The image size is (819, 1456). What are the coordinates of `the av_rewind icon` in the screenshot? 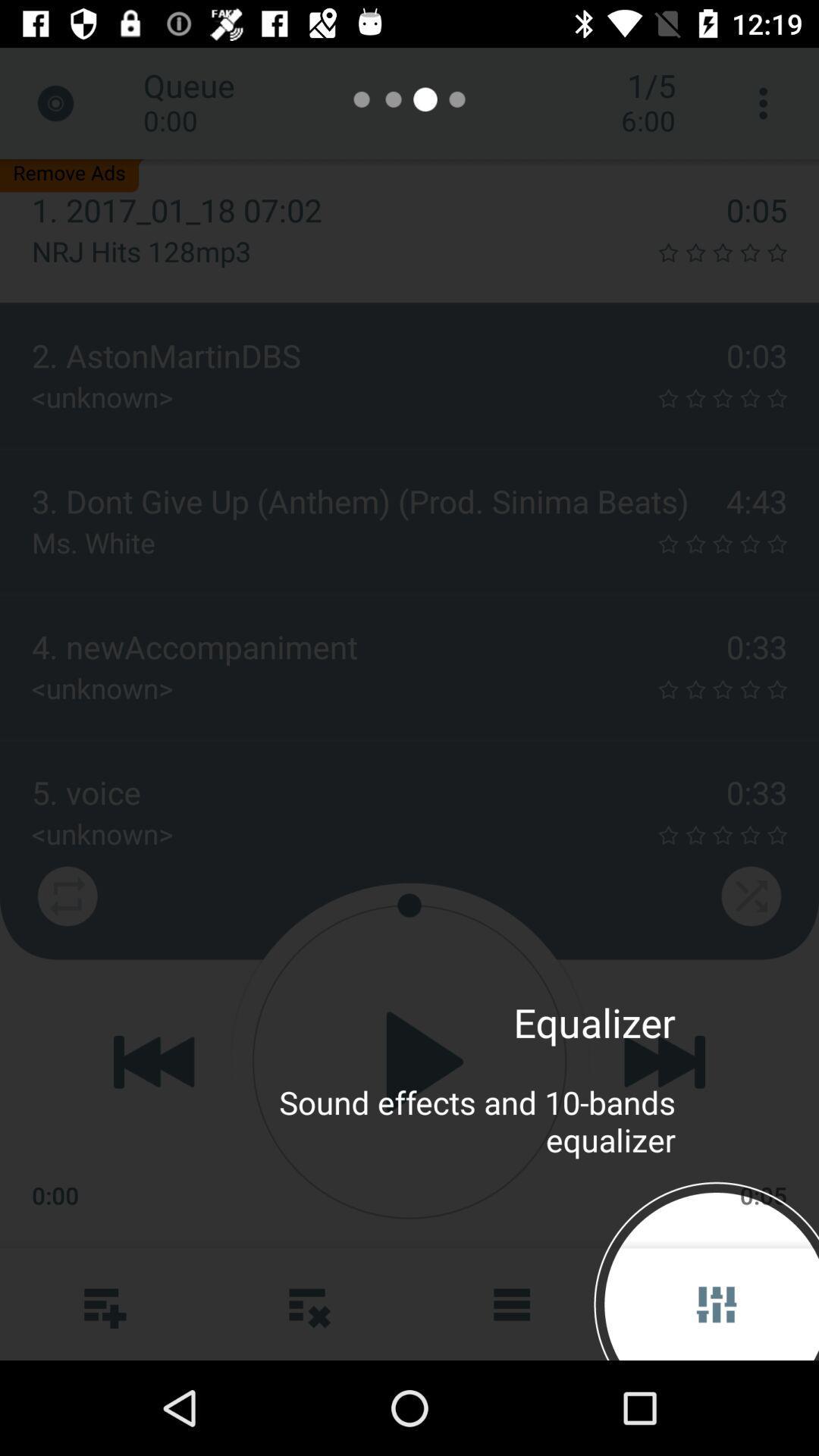 It's located at (154, 1061).